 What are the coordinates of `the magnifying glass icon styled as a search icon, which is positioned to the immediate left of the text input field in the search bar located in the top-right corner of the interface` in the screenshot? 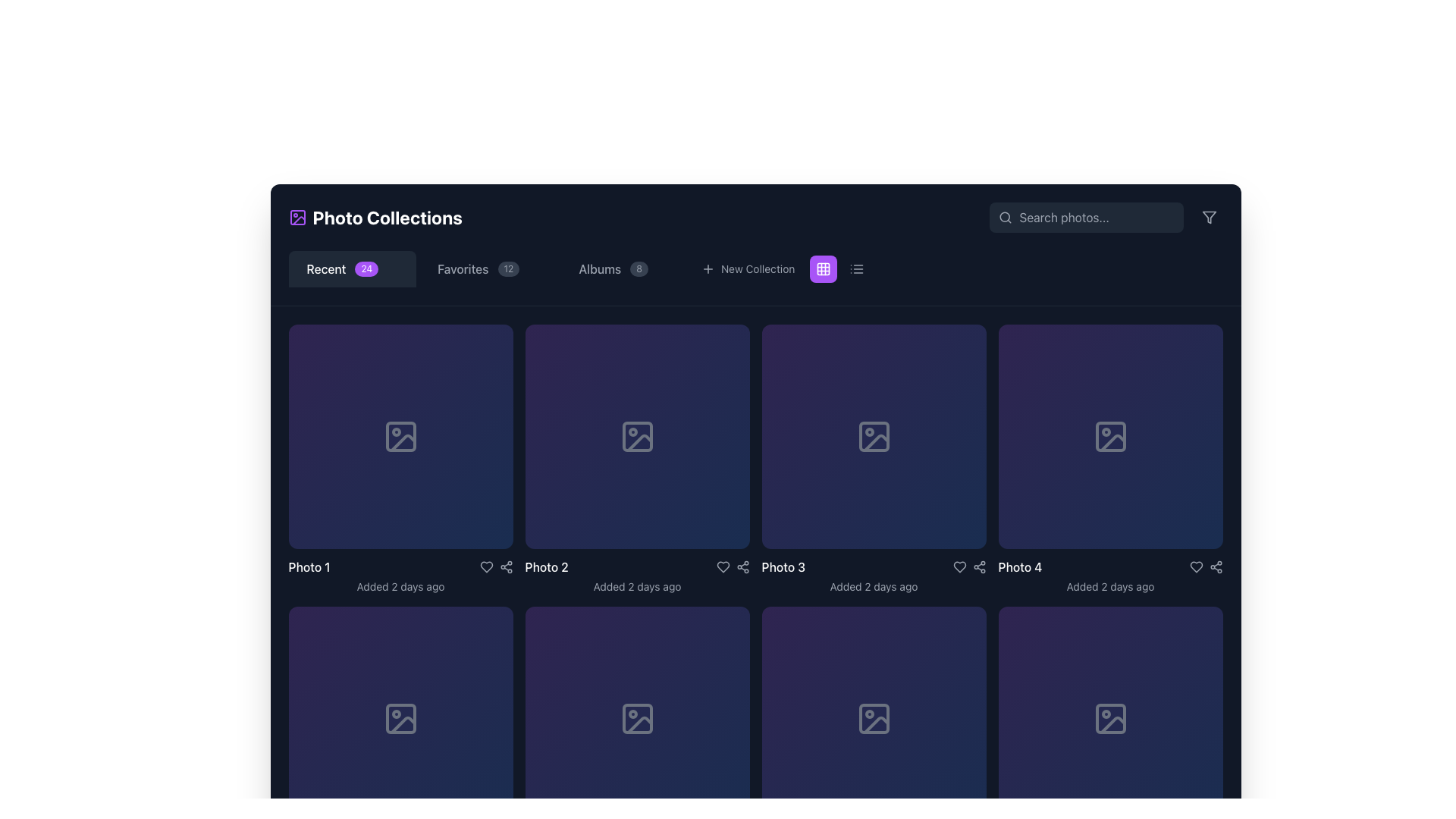 It's located at (1005, 217).